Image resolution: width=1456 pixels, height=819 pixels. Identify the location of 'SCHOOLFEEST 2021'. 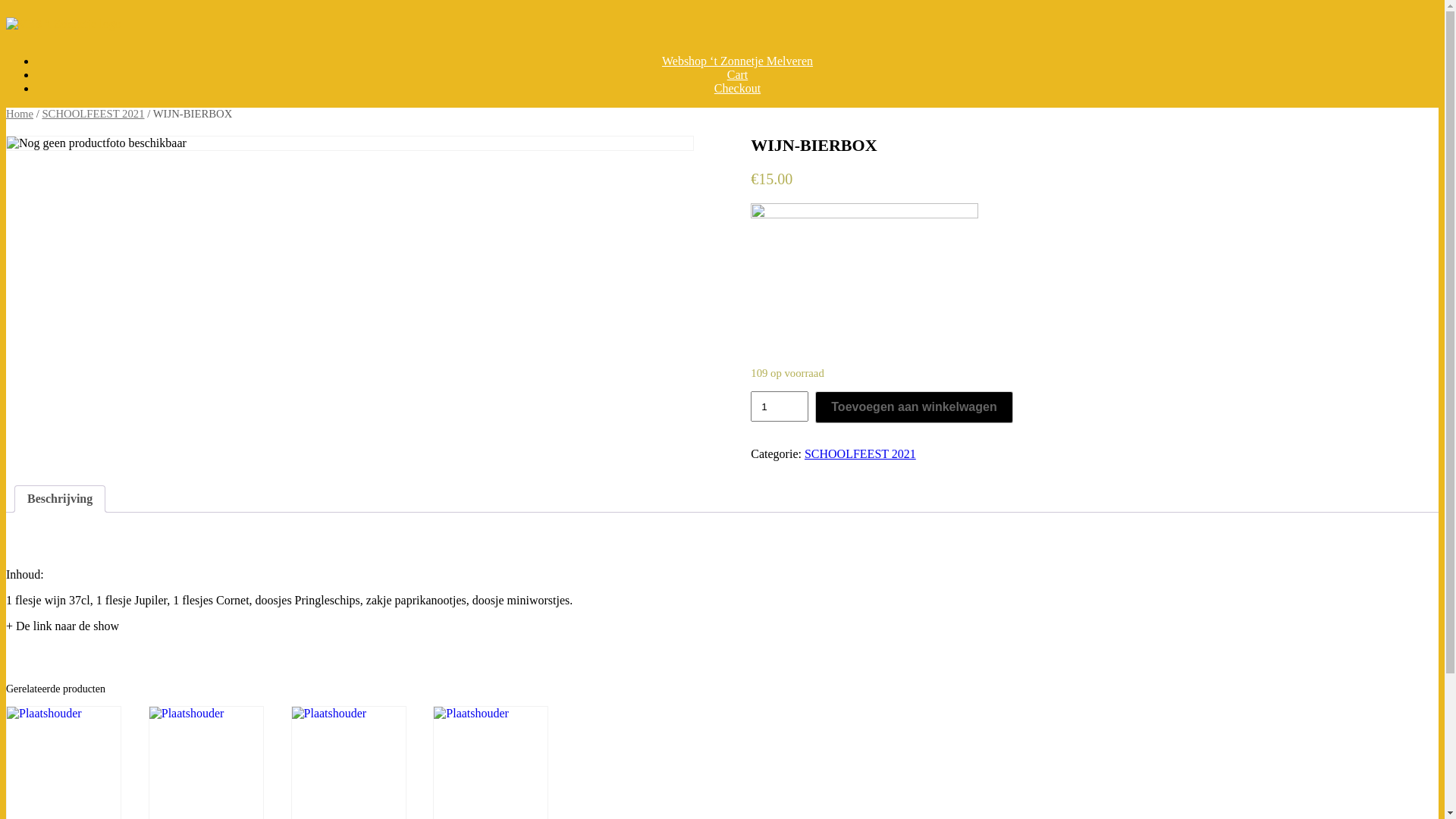
(92, 113).